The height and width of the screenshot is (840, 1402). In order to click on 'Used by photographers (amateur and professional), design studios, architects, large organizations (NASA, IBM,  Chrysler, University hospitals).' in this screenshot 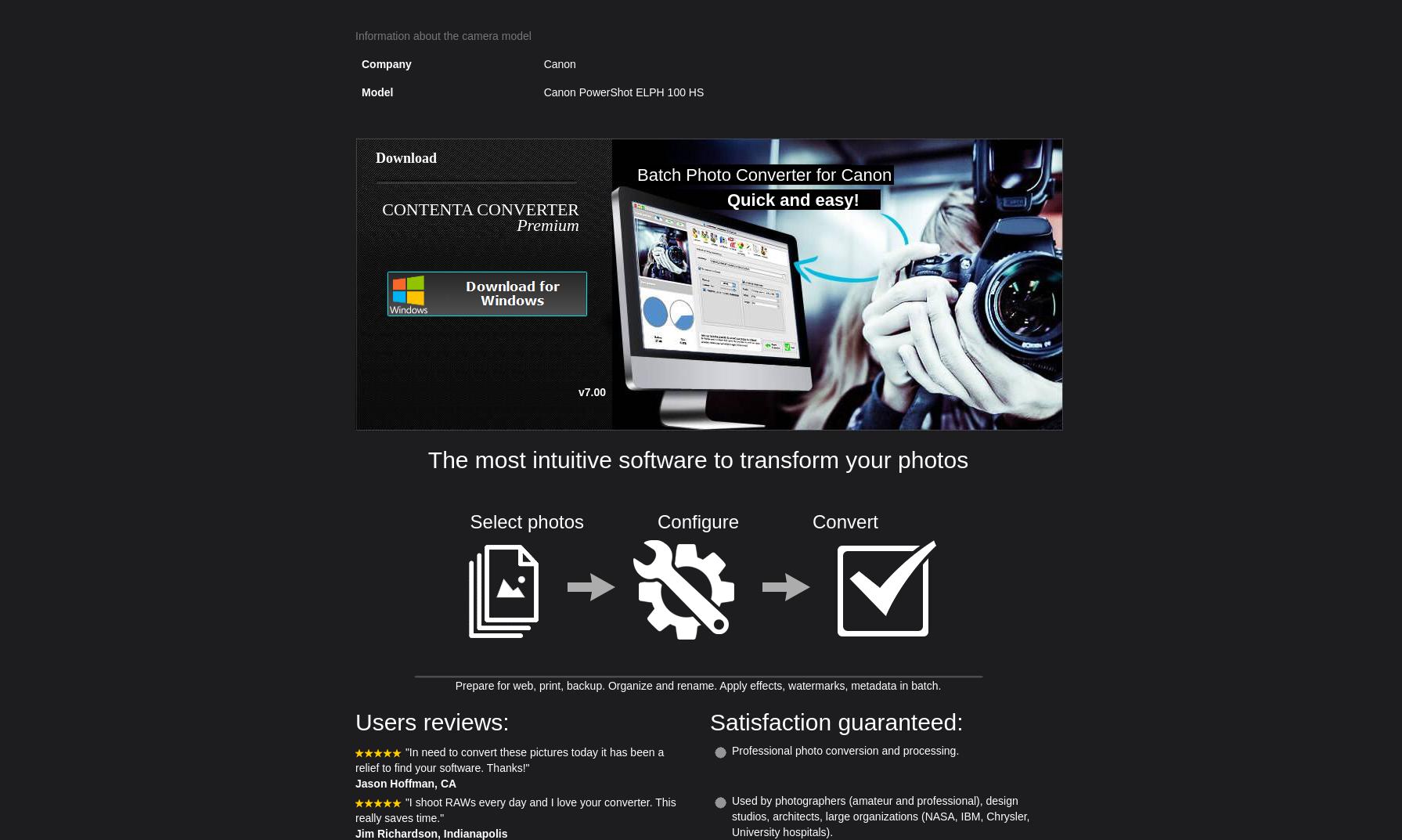, I will do `click(879, 816)`.